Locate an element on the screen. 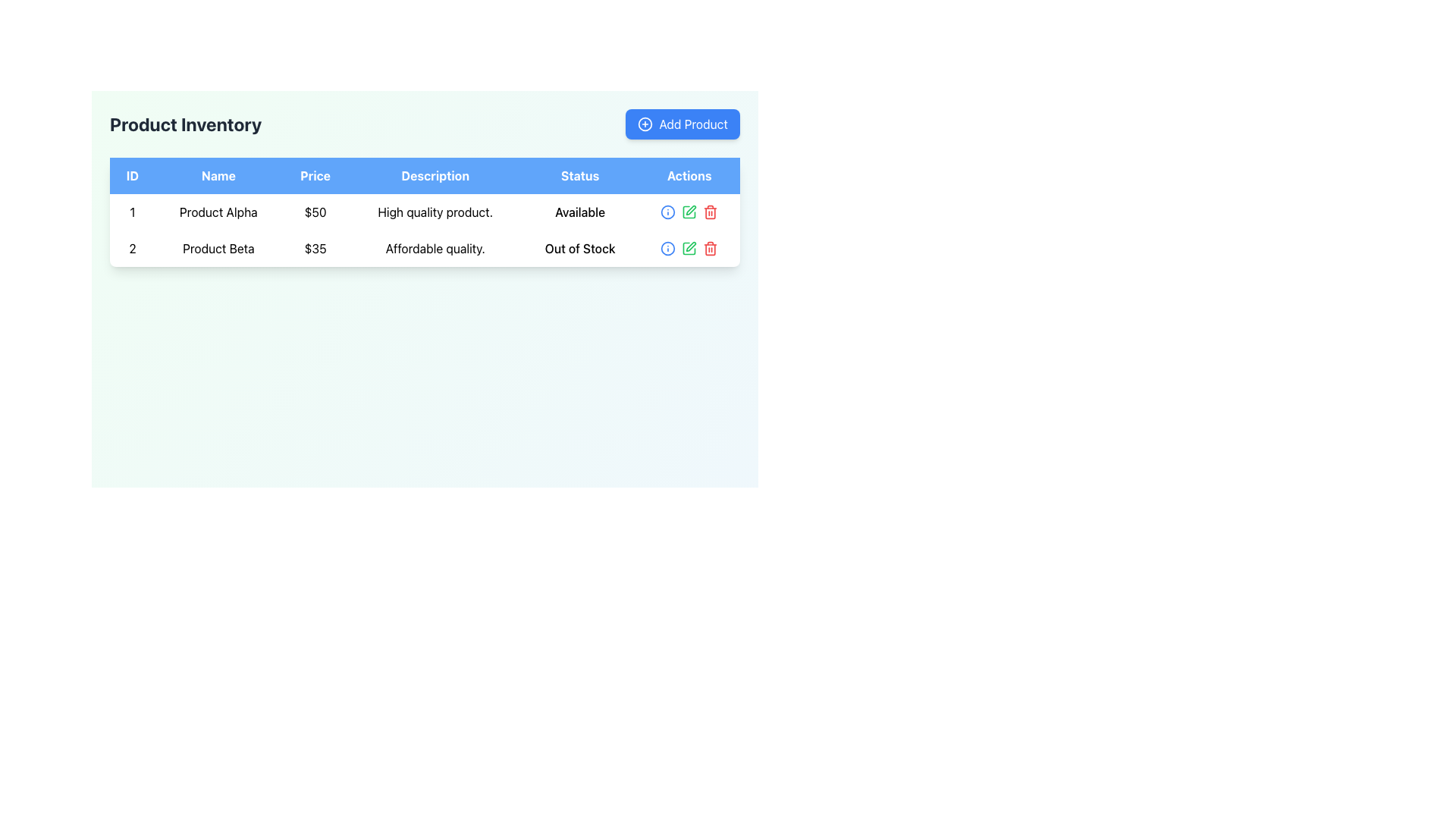 Image resolution: width=1456 pixels, height=819 pixels. the identifier text for the second row in the 'Product Inventory' table, located beneath the number '1' and to the left of 'Product Beta' is located at coordinates (132, 247).